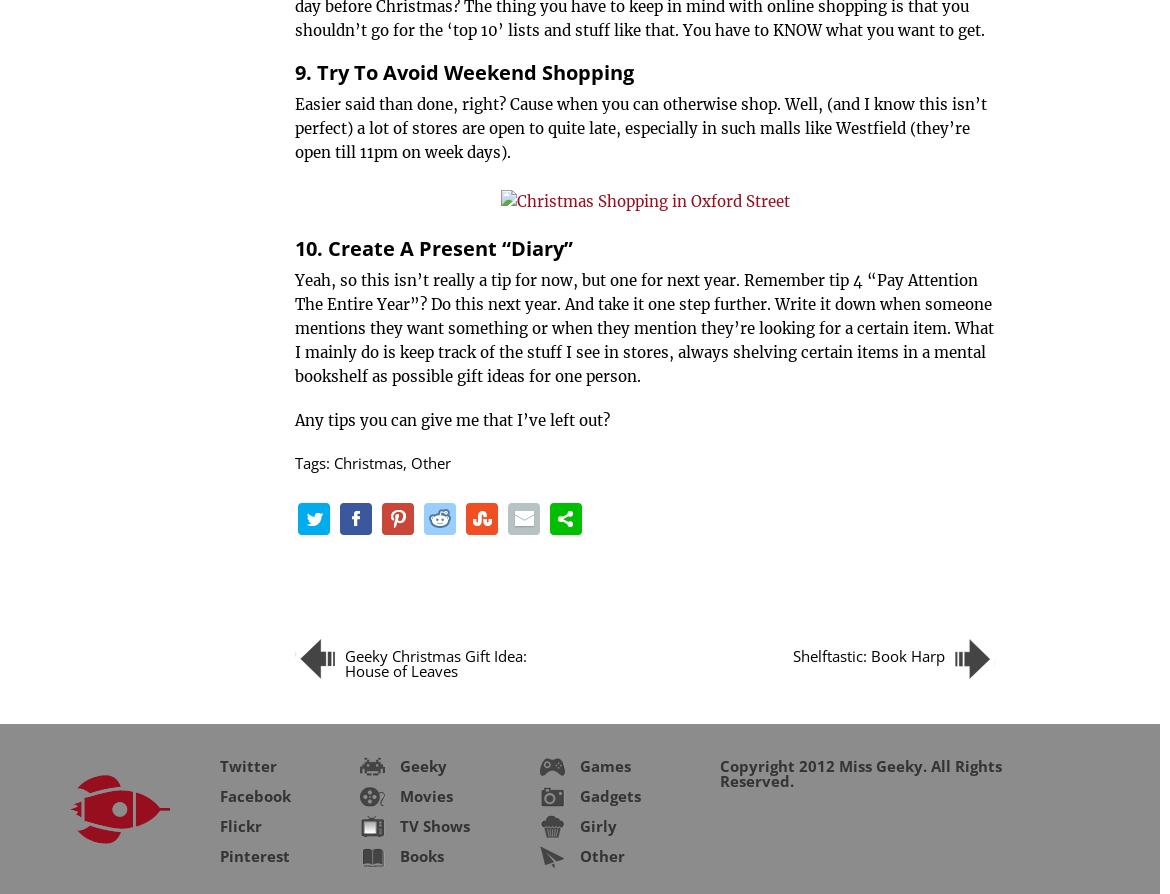 This screenshot has height=894, width=1170. I want to click on 'Tags:', so click(313, 463).